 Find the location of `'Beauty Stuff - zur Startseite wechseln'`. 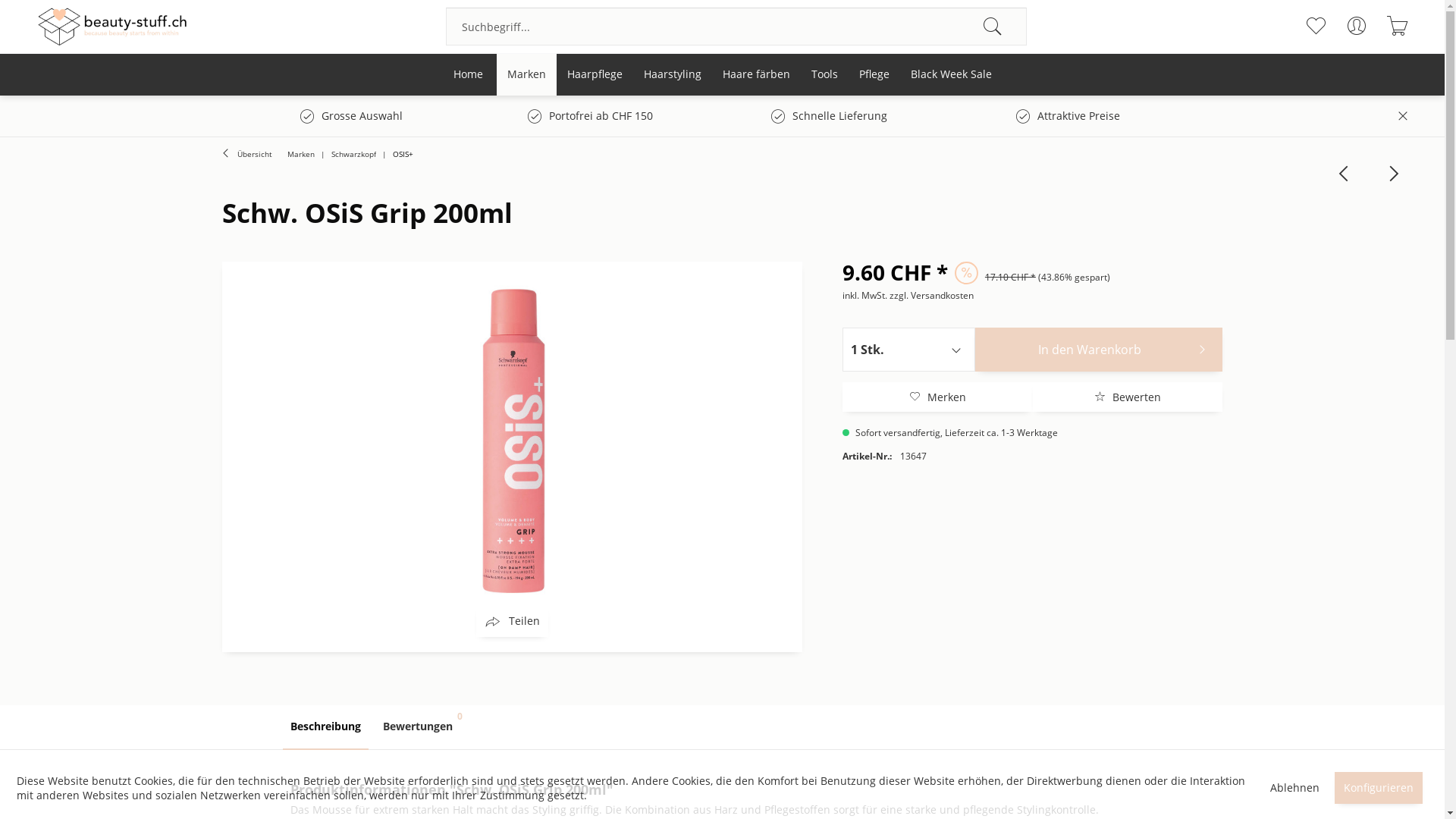

'Beauty Stuff - zur Startseite wechseln' is located at coordinates (111, 26).